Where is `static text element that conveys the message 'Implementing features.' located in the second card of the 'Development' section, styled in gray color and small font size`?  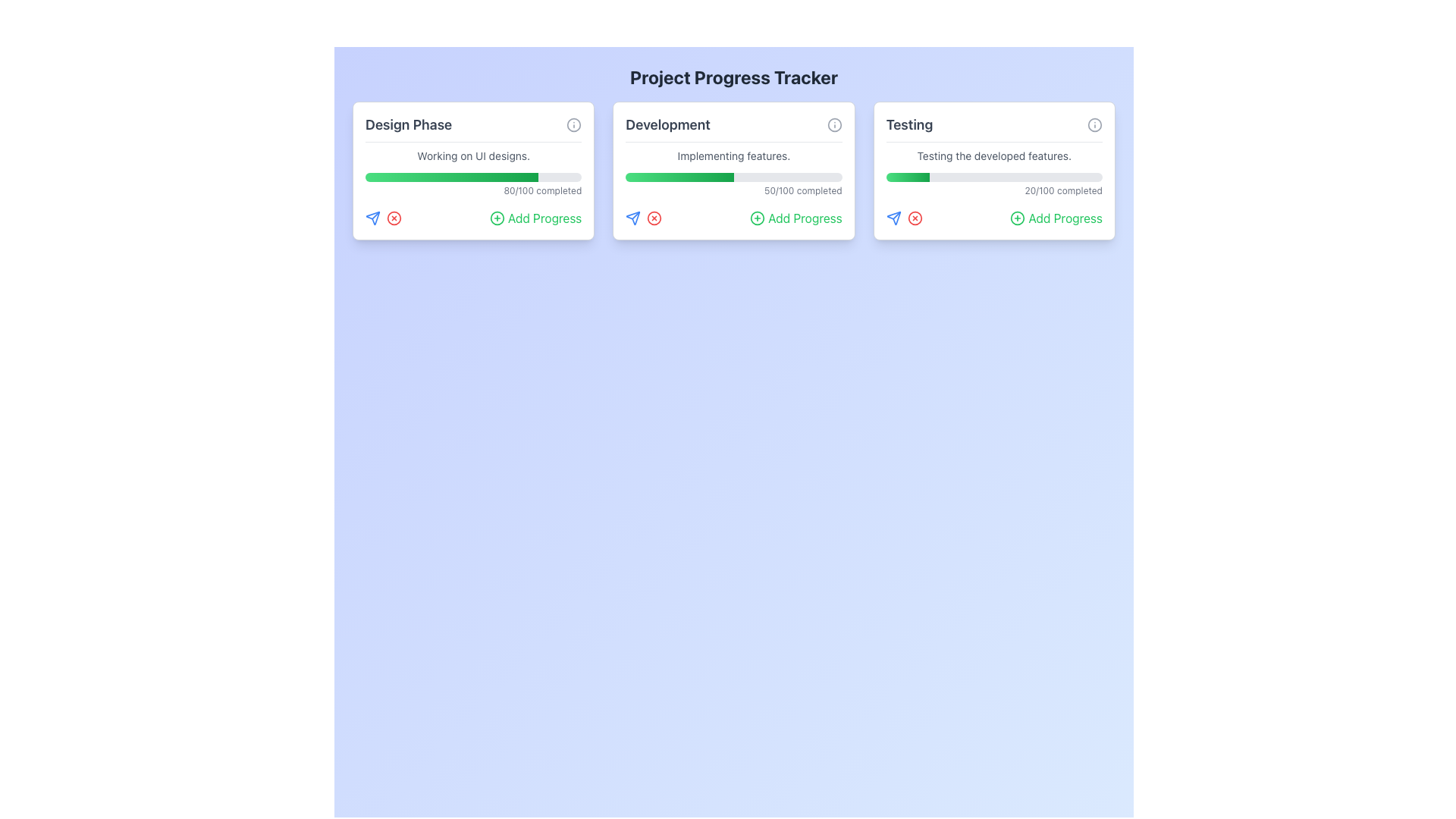
static text element that conveys the message 'Implementing features.' located in the second card of the 'Development' section, styled in gray color and small font size is located at coordinates (734, 155).